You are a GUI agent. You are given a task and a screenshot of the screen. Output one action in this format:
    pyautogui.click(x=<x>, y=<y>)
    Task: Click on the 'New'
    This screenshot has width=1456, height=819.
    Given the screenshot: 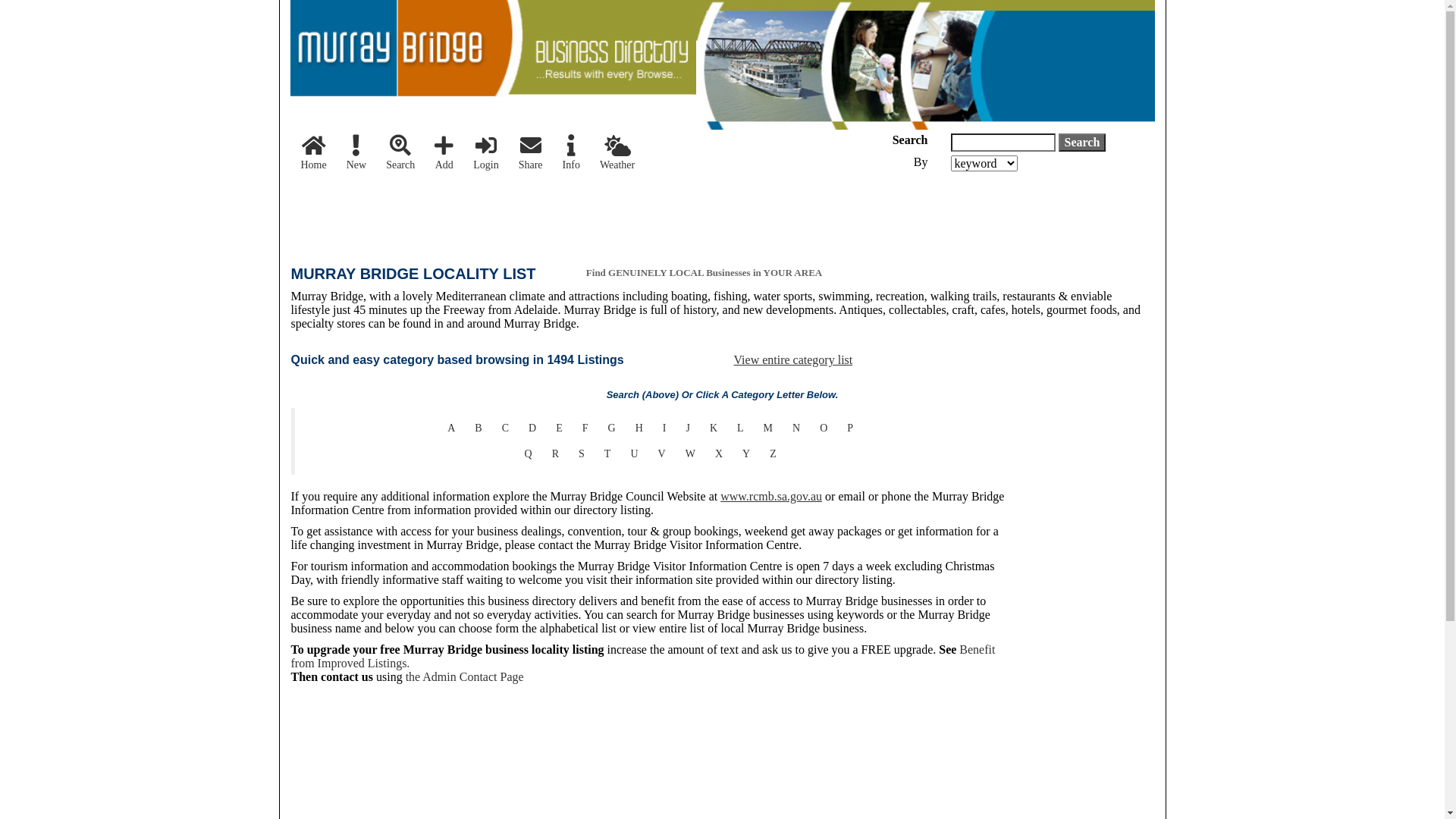 What is the action you would take?
    pyautogui.click(x=356, y=154)
    